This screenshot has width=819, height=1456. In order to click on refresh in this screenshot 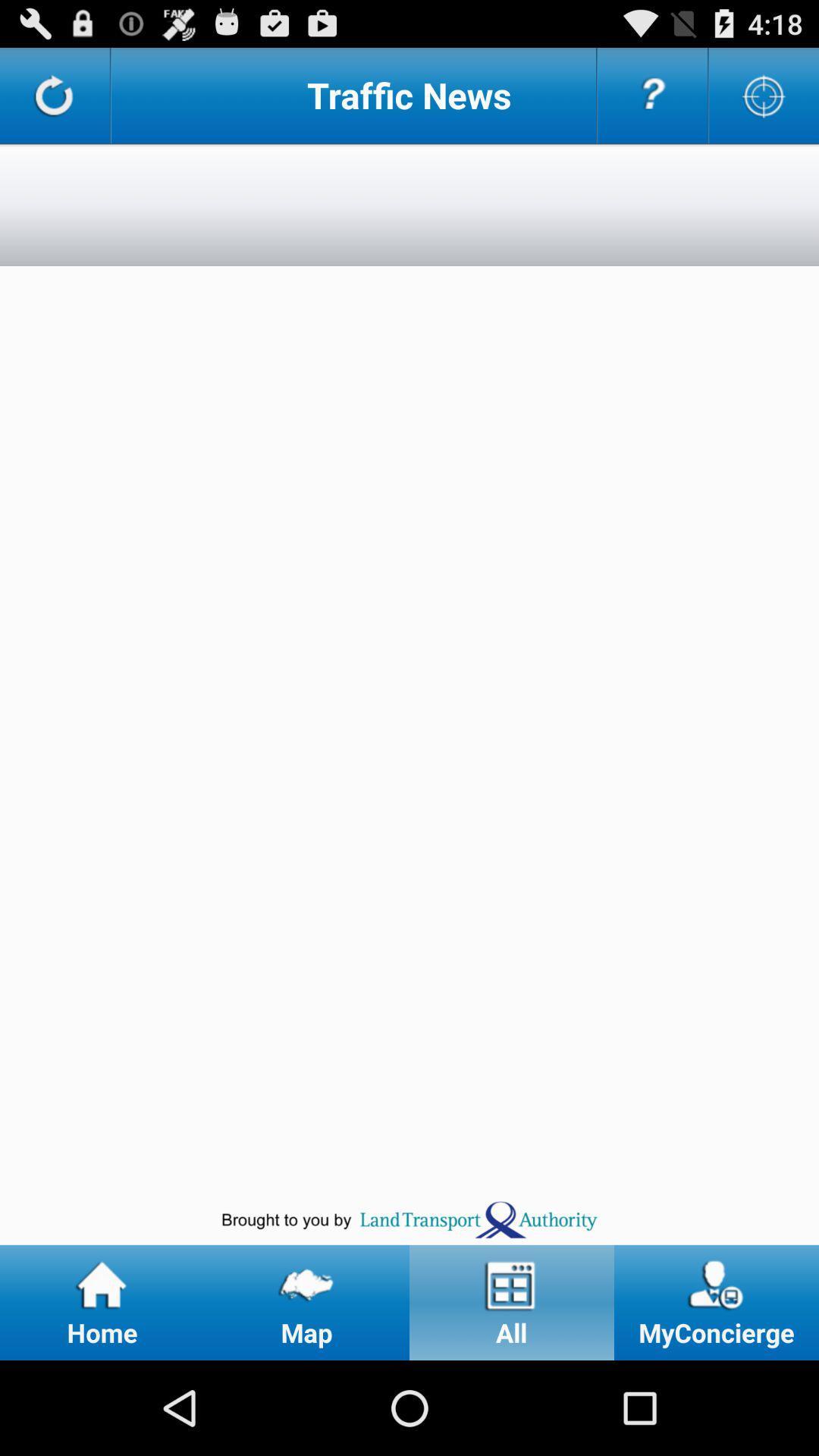, I will do `click(54, 94)`.